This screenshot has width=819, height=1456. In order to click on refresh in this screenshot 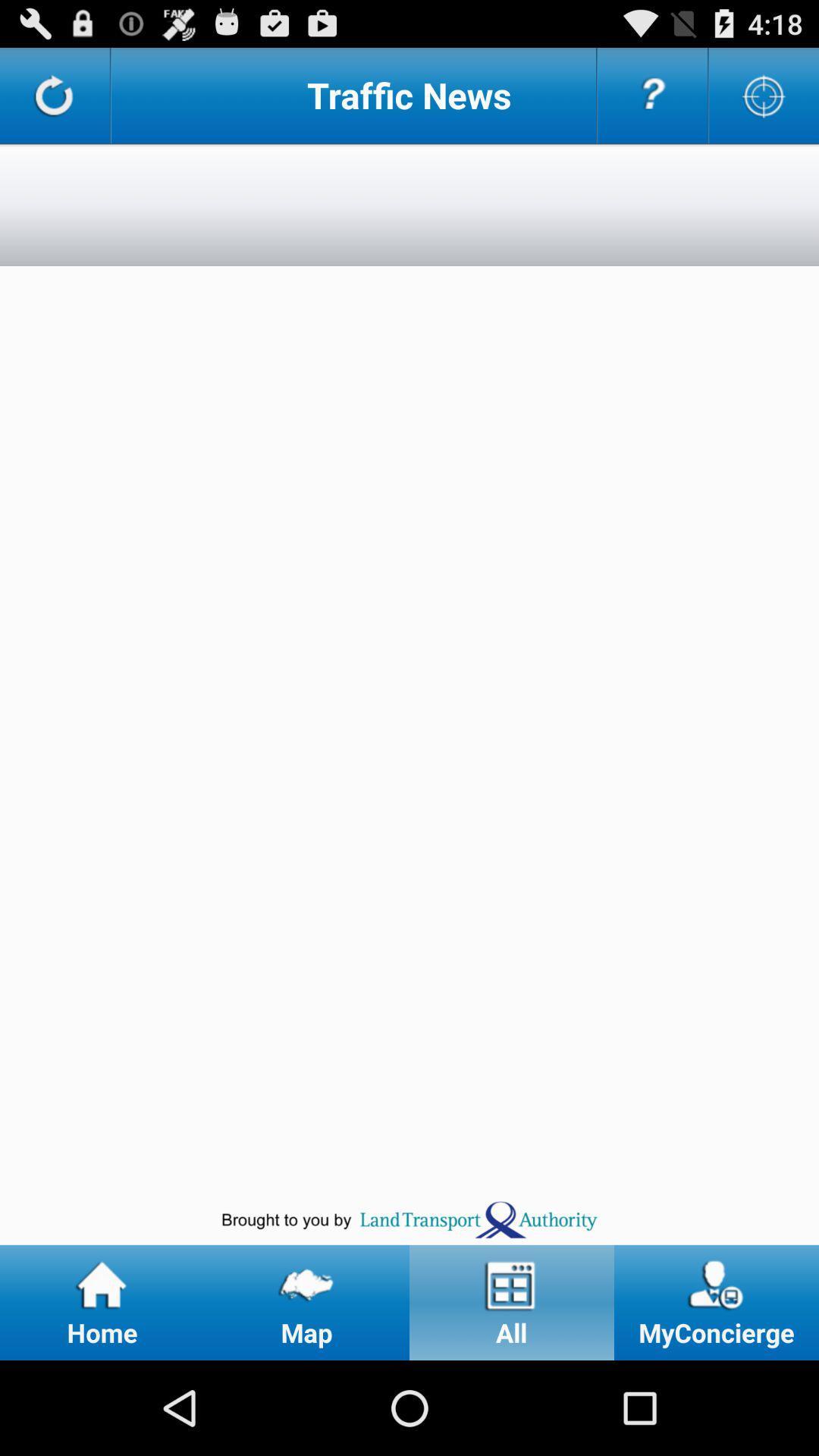, I will do `click(54, 94)`.